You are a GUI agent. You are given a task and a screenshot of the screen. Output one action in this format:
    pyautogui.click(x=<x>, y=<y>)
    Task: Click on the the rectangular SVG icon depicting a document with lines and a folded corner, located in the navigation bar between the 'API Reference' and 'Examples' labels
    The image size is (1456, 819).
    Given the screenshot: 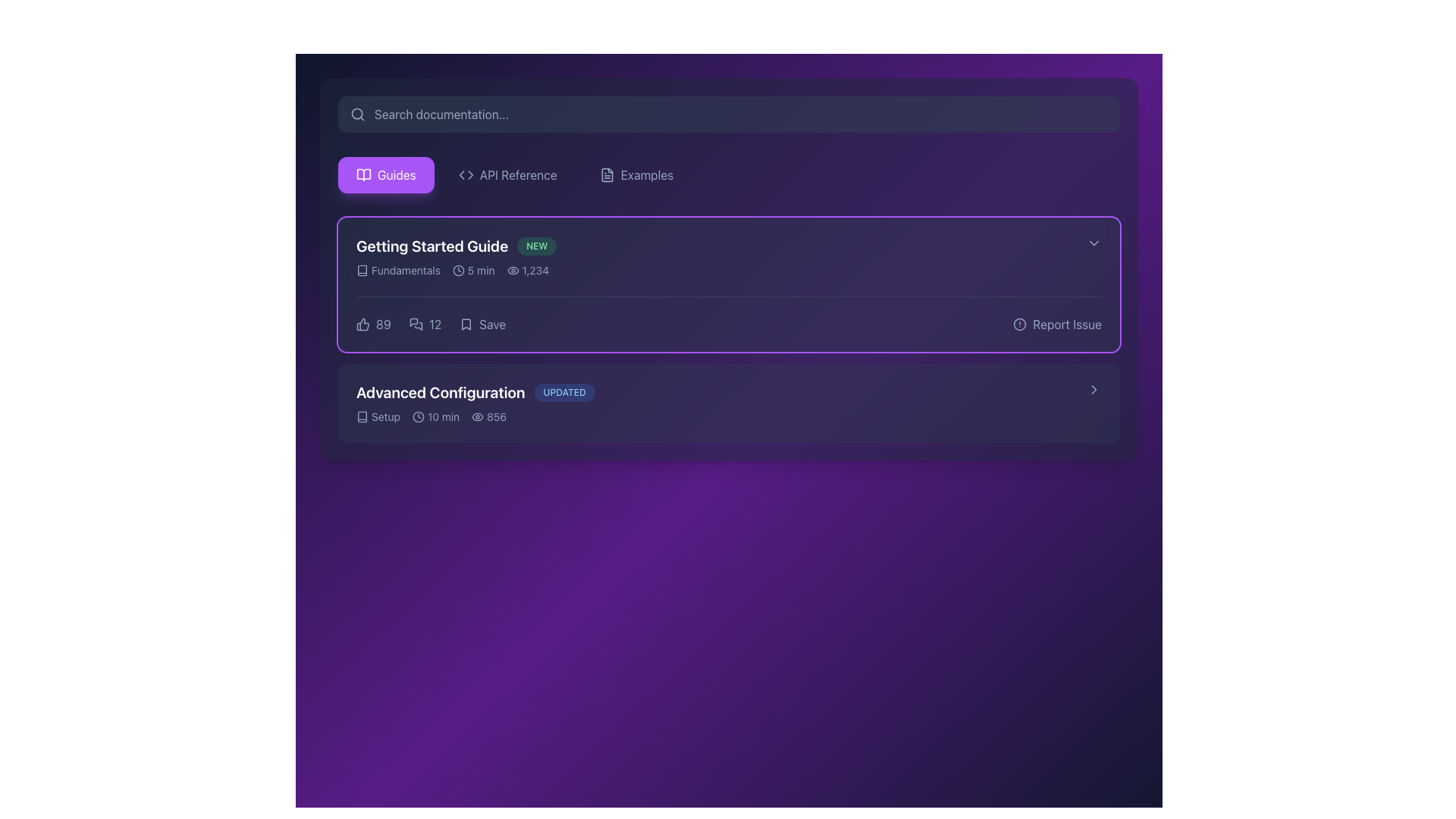 What is the action you would take?
    pyautogui.click(x=607, y=174)
    